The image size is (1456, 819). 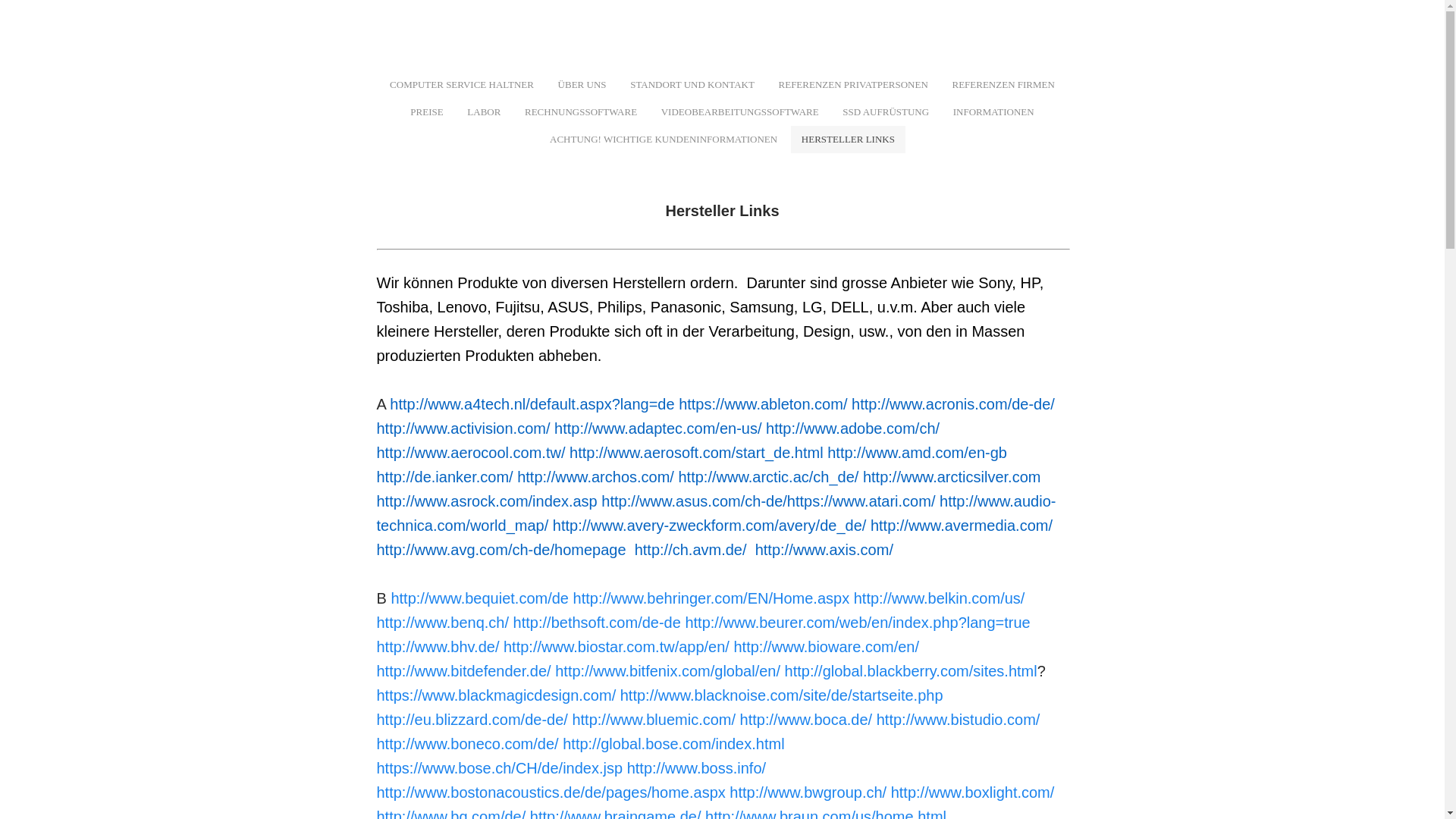 What do you see at coordinates (500, 550) in the screenshot?
I see `'http://www.avg.com/ch-de/homepage'` at bounding box center [500, 550].